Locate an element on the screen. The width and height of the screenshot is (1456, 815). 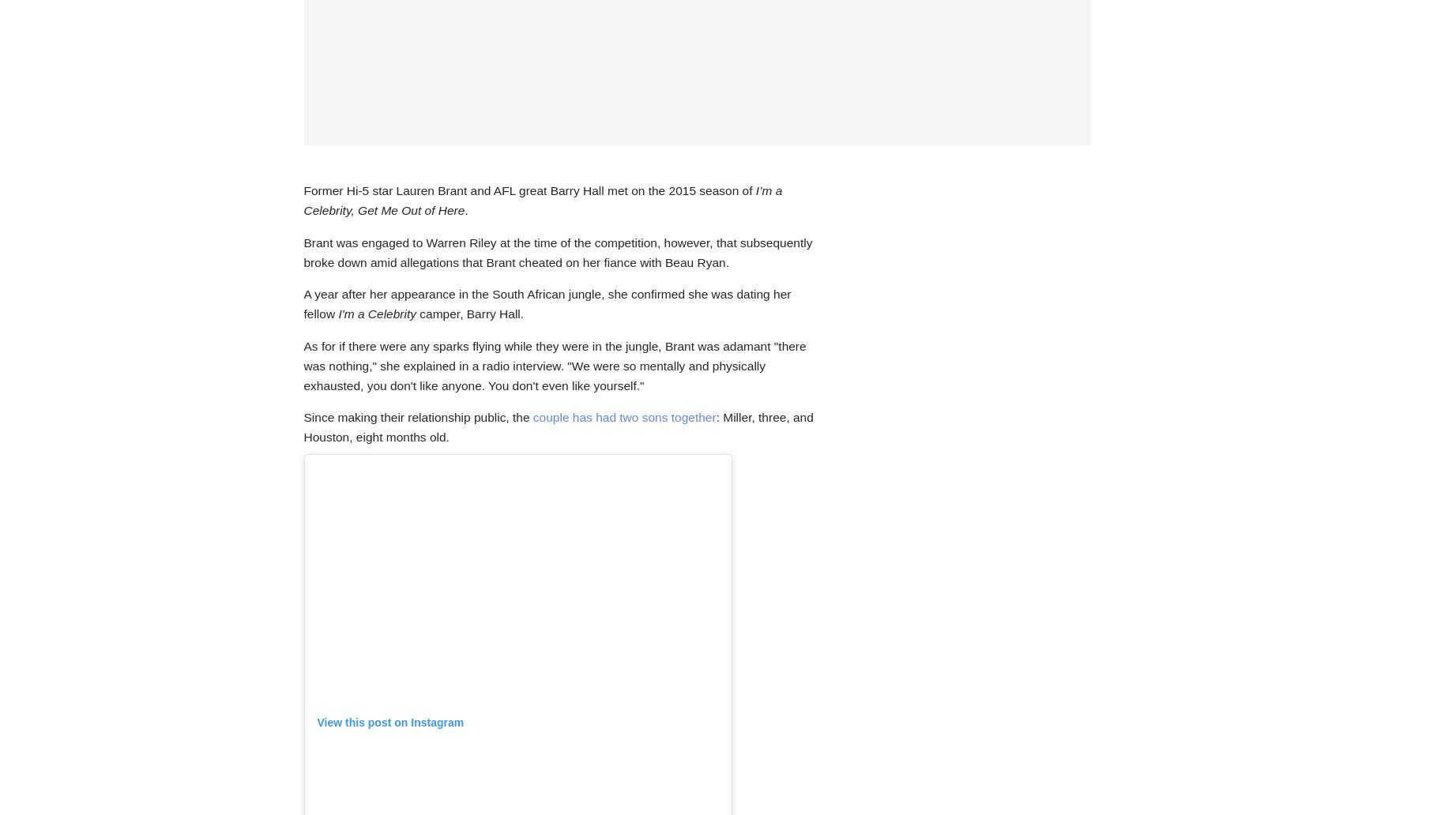
'I'm a Celebrity' is located at coordinates (378, 313).